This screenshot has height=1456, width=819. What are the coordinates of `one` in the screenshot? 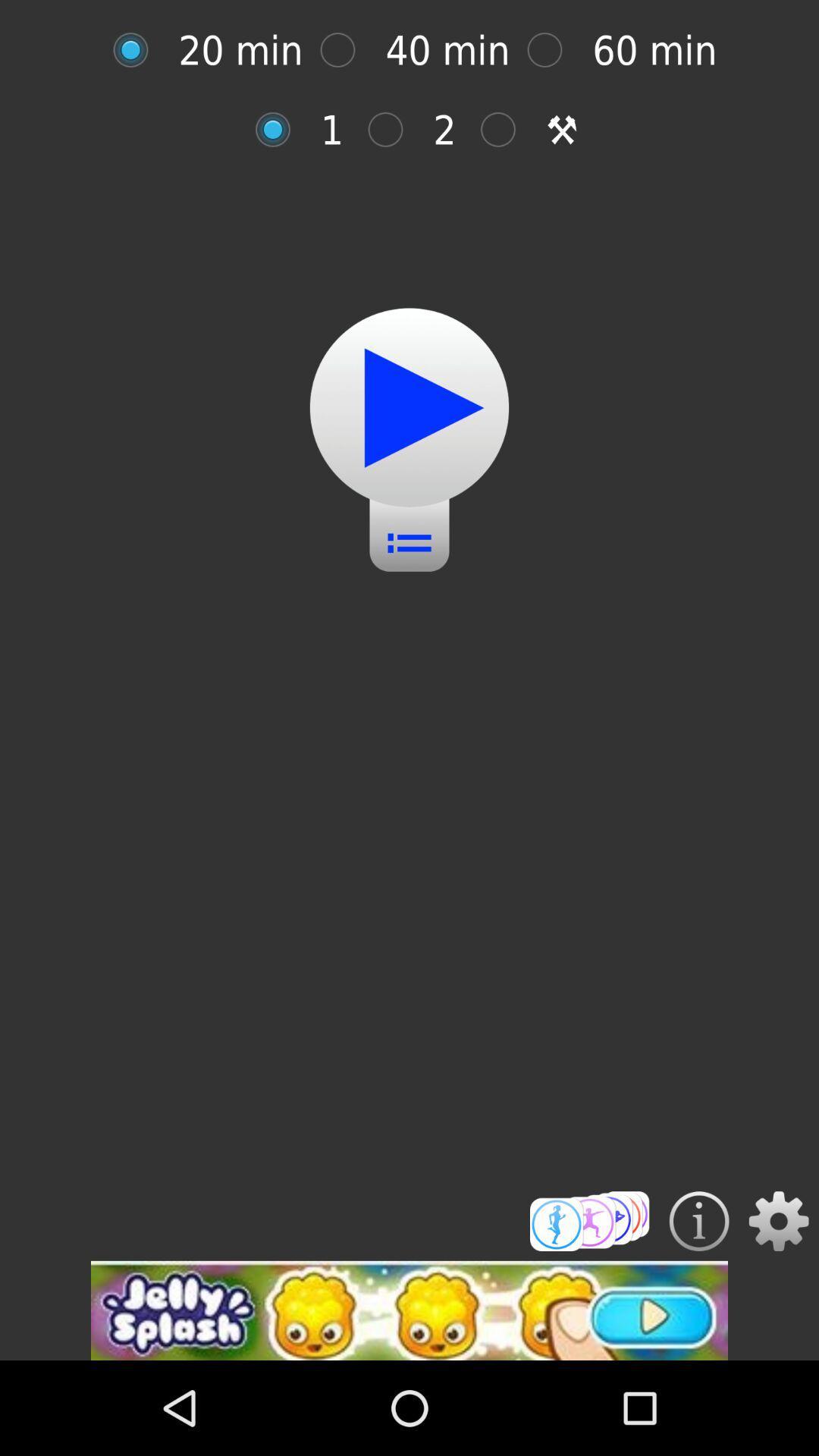 It's located at (281, 130).